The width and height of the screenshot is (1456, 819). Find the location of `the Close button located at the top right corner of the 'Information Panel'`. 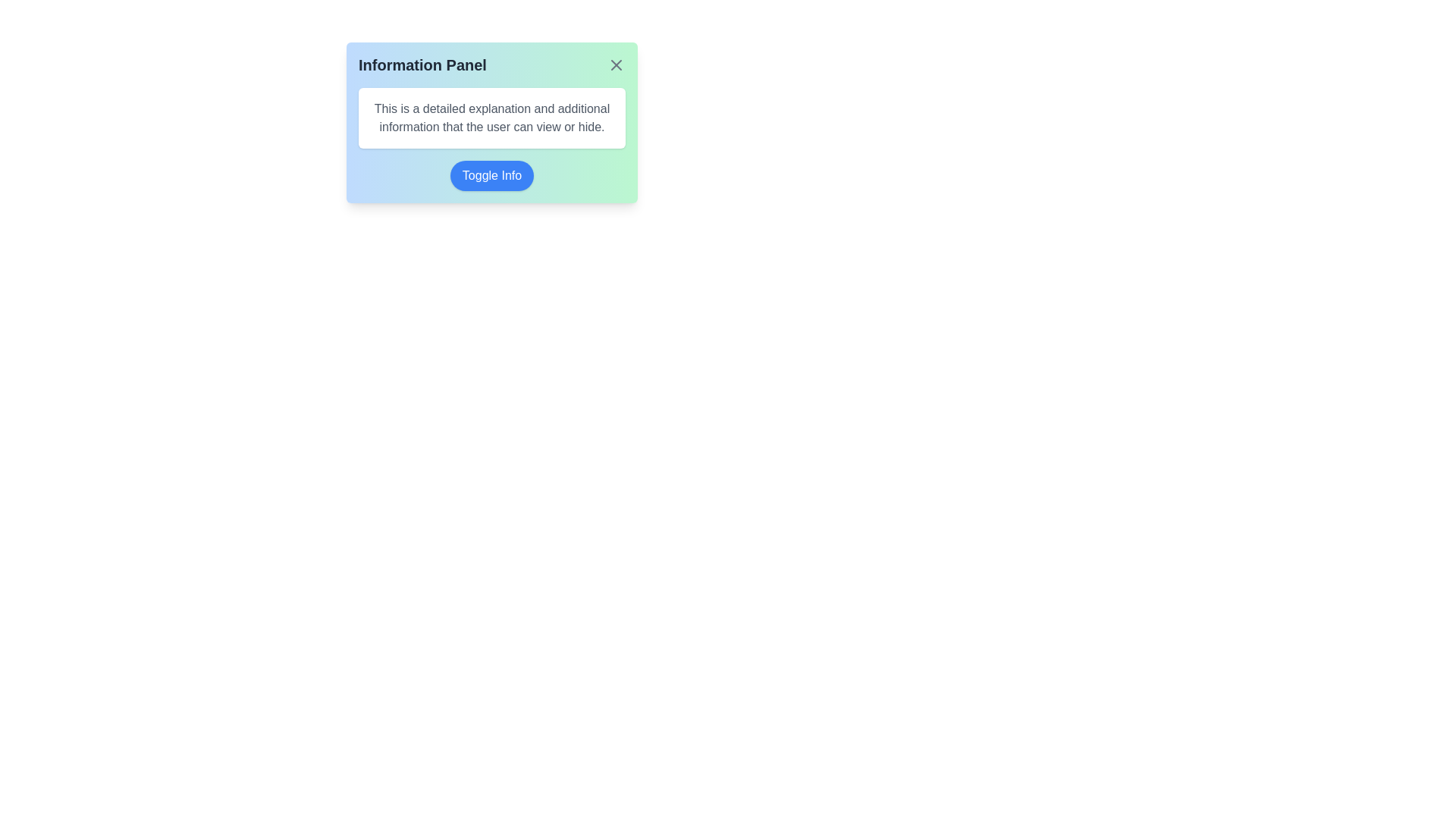

the Close button located at the top right corner of the 'Information Panel' is located at coordinates (616, 64).